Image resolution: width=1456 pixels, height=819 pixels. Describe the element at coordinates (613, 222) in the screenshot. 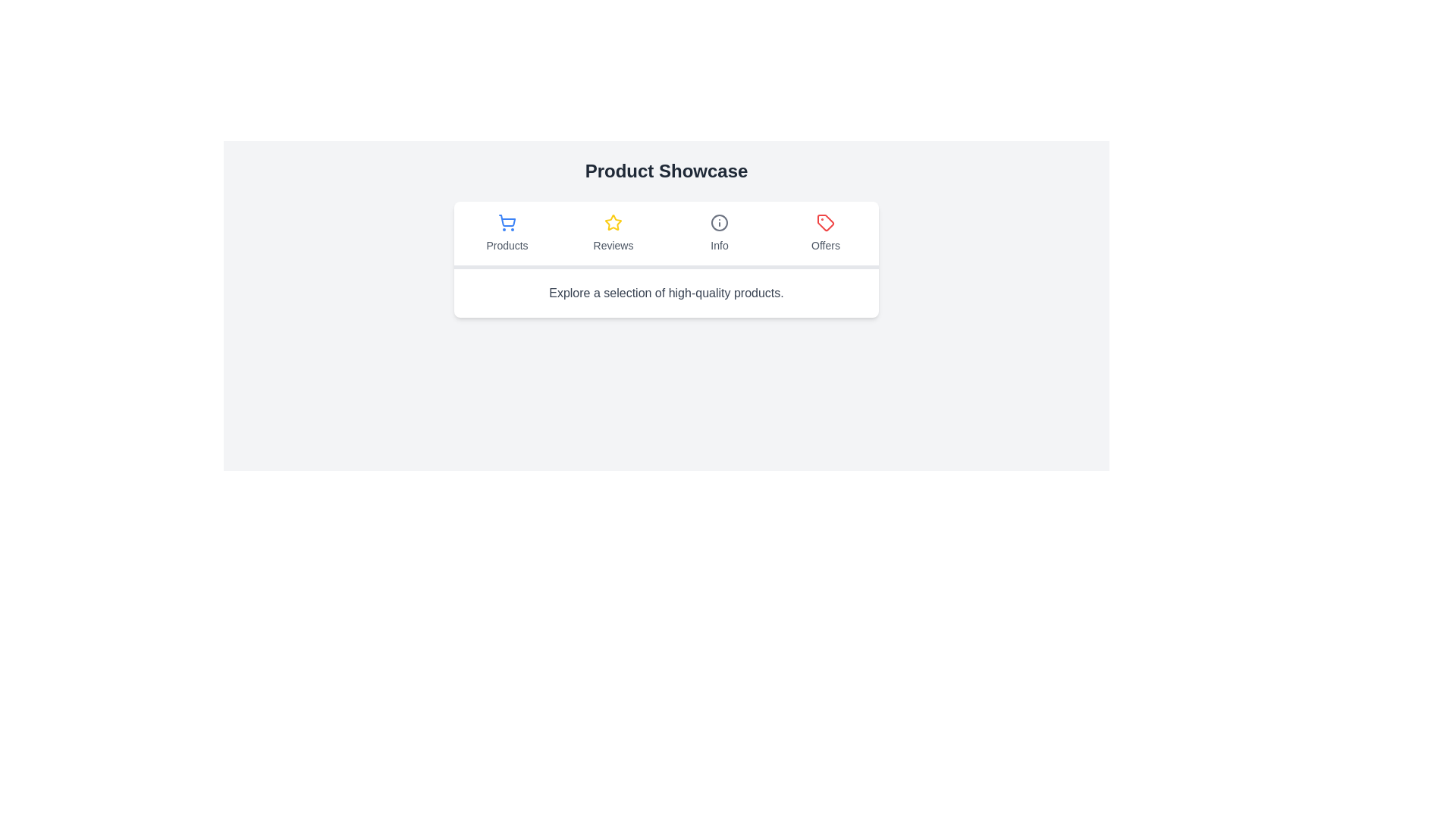

I see `the yellow star icon in the 'Reviews' tab` at that location.